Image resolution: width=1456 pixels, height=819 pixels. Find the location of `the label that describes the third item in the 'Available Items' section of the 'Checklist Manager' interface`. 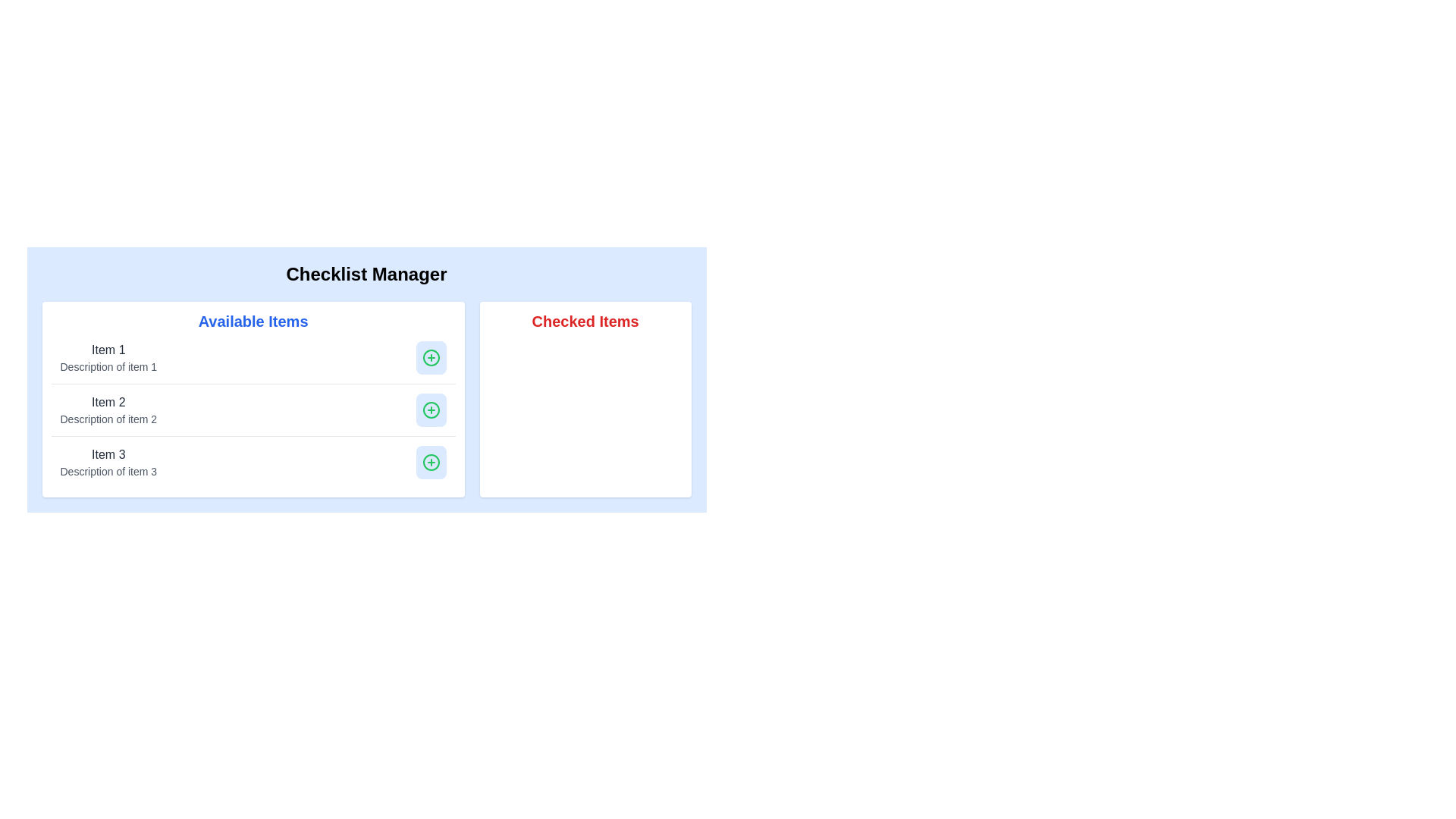

the label that describes the third item in the 'Available Items' section of the 'Checklist Manager' interface is located at coordinates (108, 461).